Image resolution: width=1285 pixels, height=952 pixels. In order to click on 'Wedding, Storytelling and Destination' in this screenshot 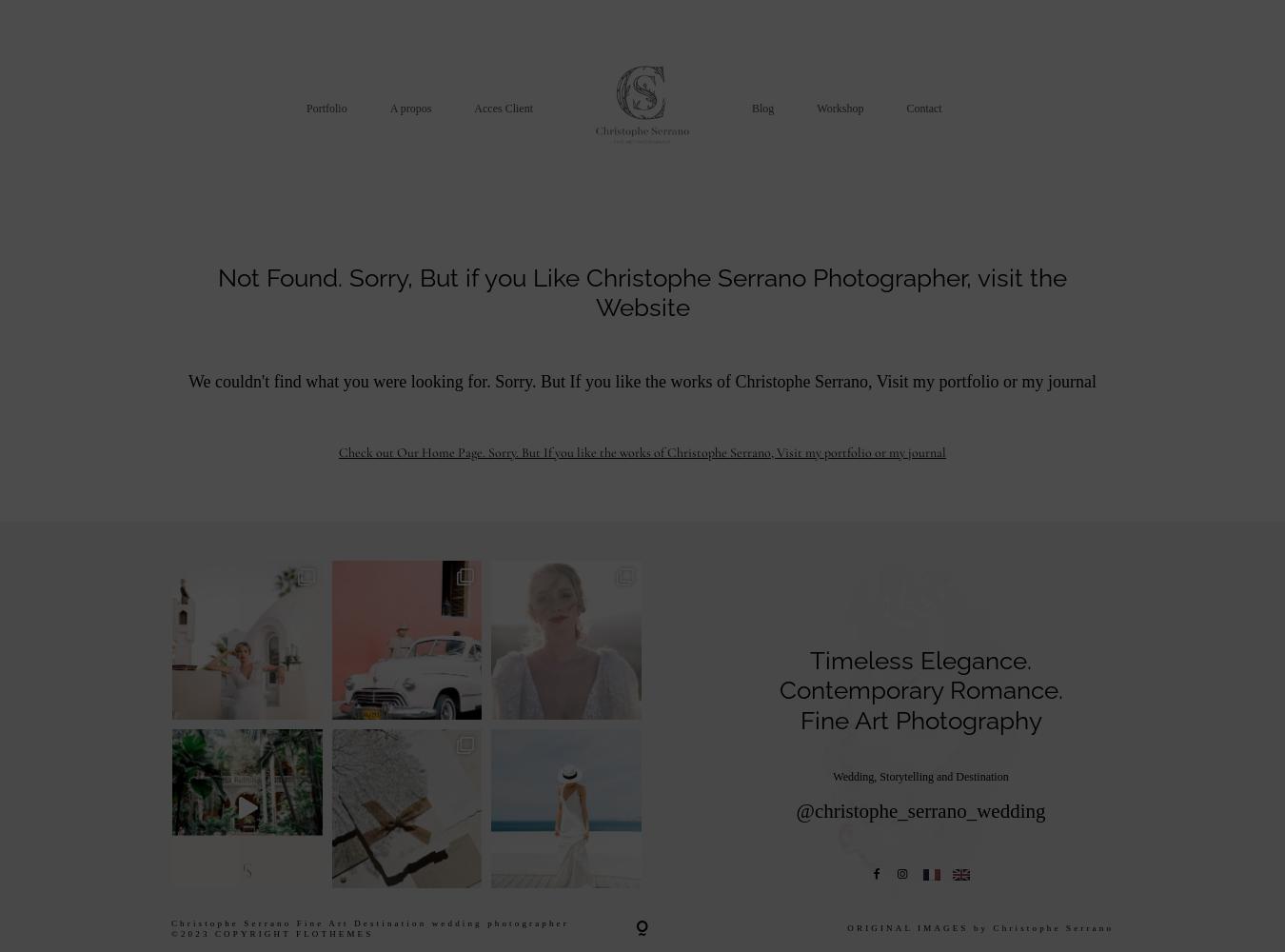, I will do `click(919, 775)`.